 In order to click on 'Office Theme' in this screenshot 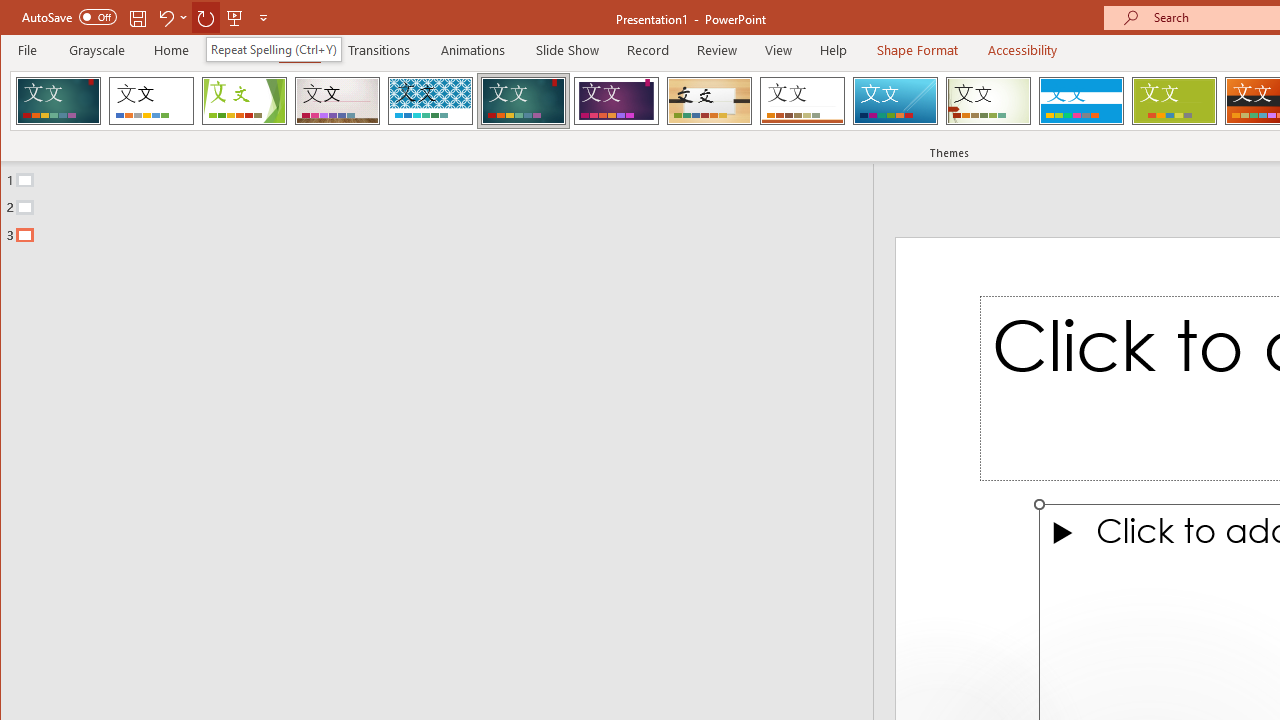, I will do `click(150, 100)`.